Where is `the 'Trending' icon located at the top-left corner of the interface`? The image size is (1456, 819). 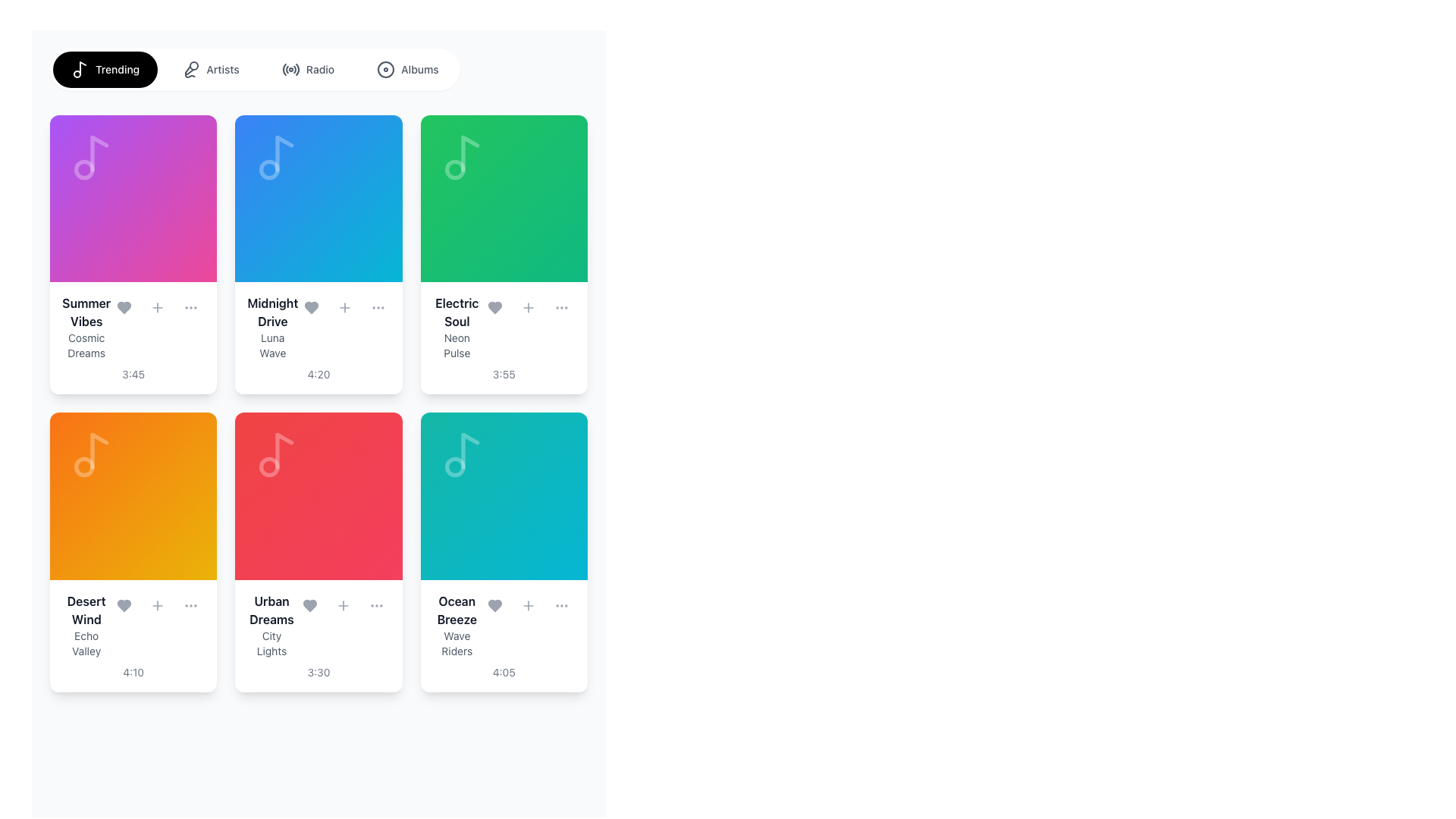 the 'Trending' icon located at the top-left corner of the interface is located at coordinates (79, 70).